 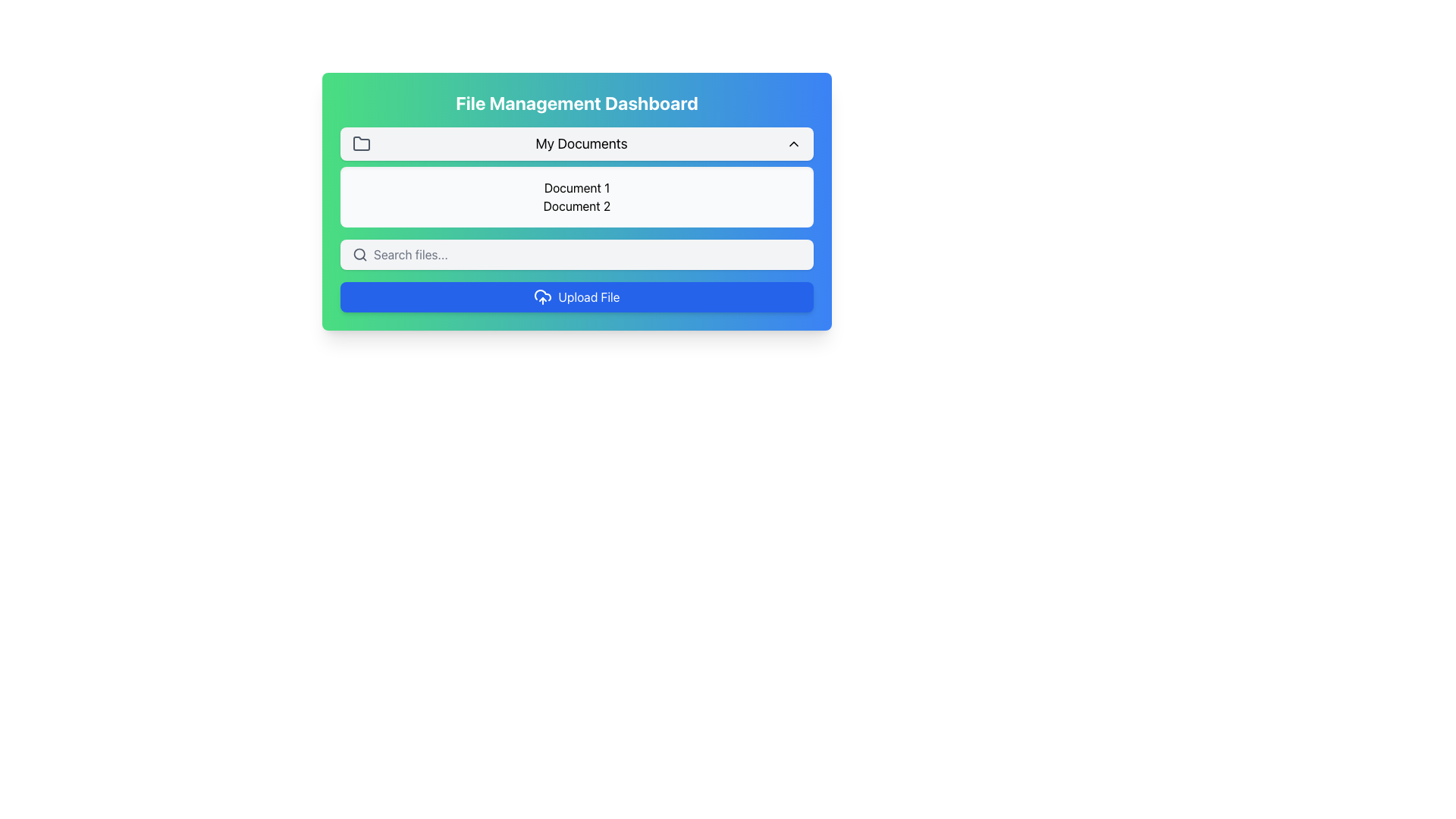 What do you see at coordinates (792, 143) in the screenshot?
I see `the collapse icon located at the far right of the 'My Documents' section header, adjacent to the 'My Documents' text` at bounding box center [792, 143].